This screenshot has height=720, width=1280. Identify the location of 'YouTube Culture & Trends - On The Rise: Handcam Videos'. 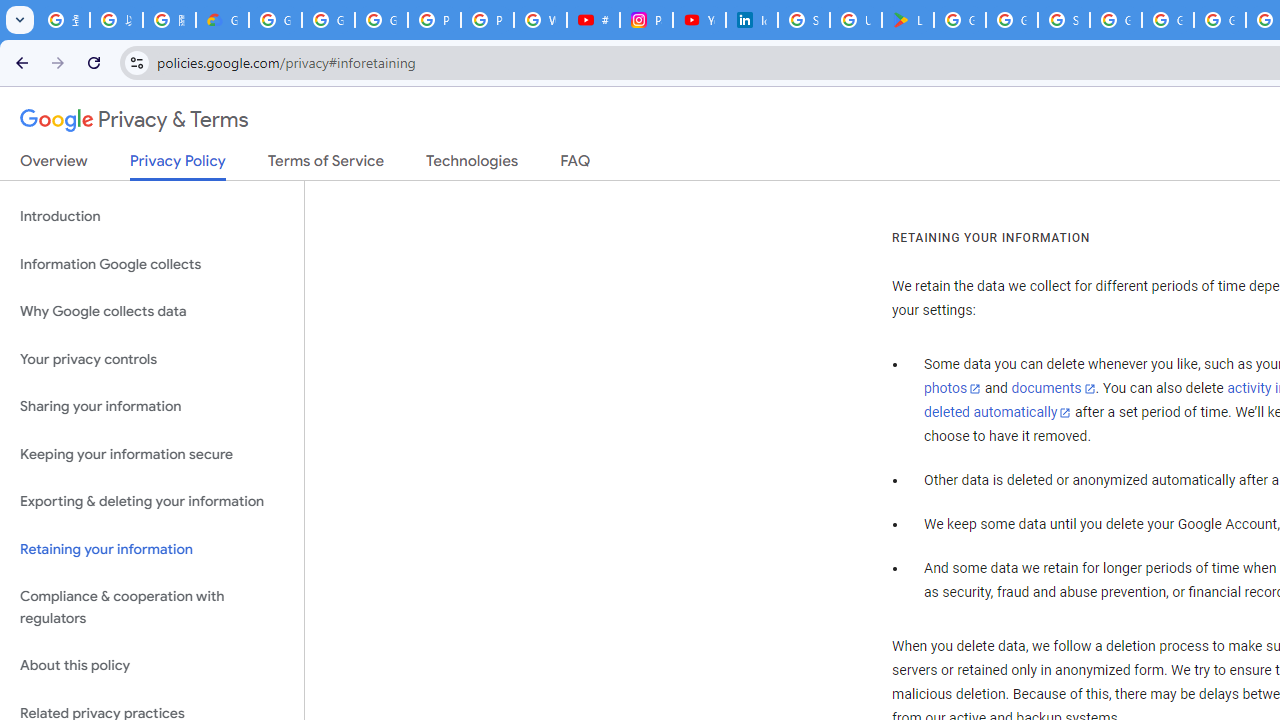
(699, 20).